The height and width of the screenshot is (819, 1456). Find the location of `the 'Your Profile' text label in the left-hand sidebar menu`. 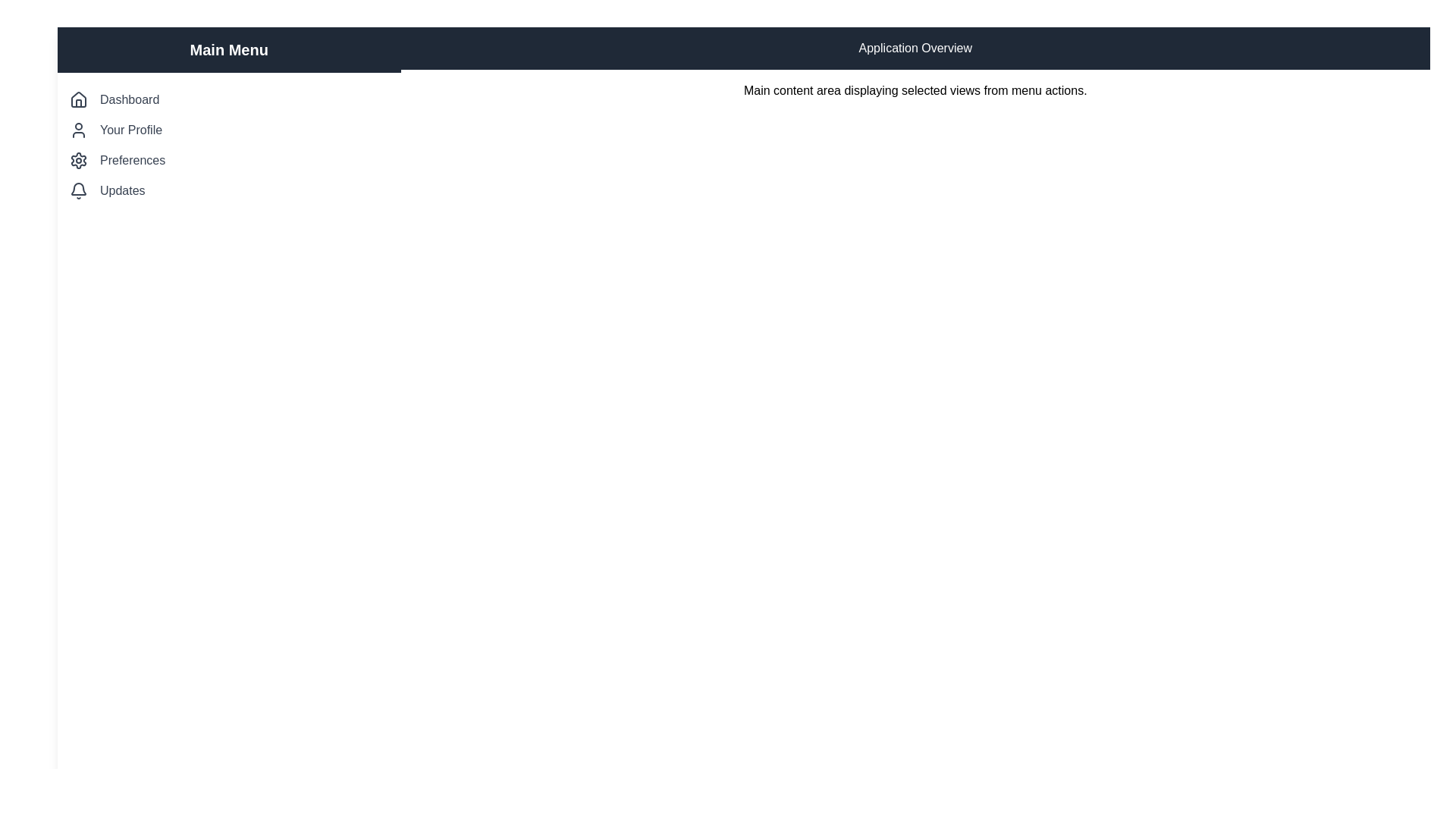

the 'Your Profile' text label in the left-hand sidebar menu is located at coordinates (130, 130).